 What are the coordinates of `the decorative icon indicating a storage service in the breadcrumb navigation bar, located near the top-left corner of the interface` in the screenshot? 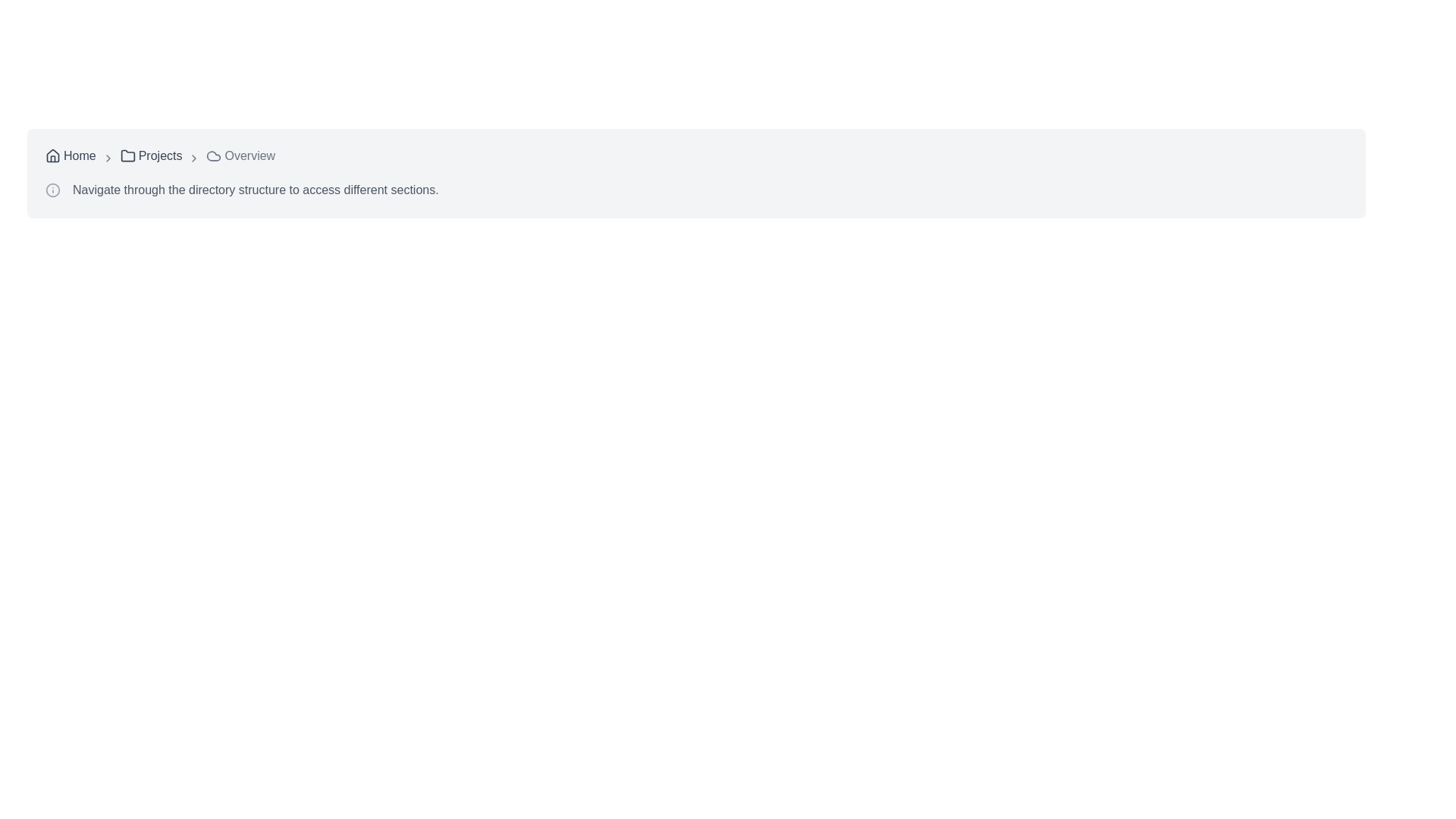 It's located at (213, 155).